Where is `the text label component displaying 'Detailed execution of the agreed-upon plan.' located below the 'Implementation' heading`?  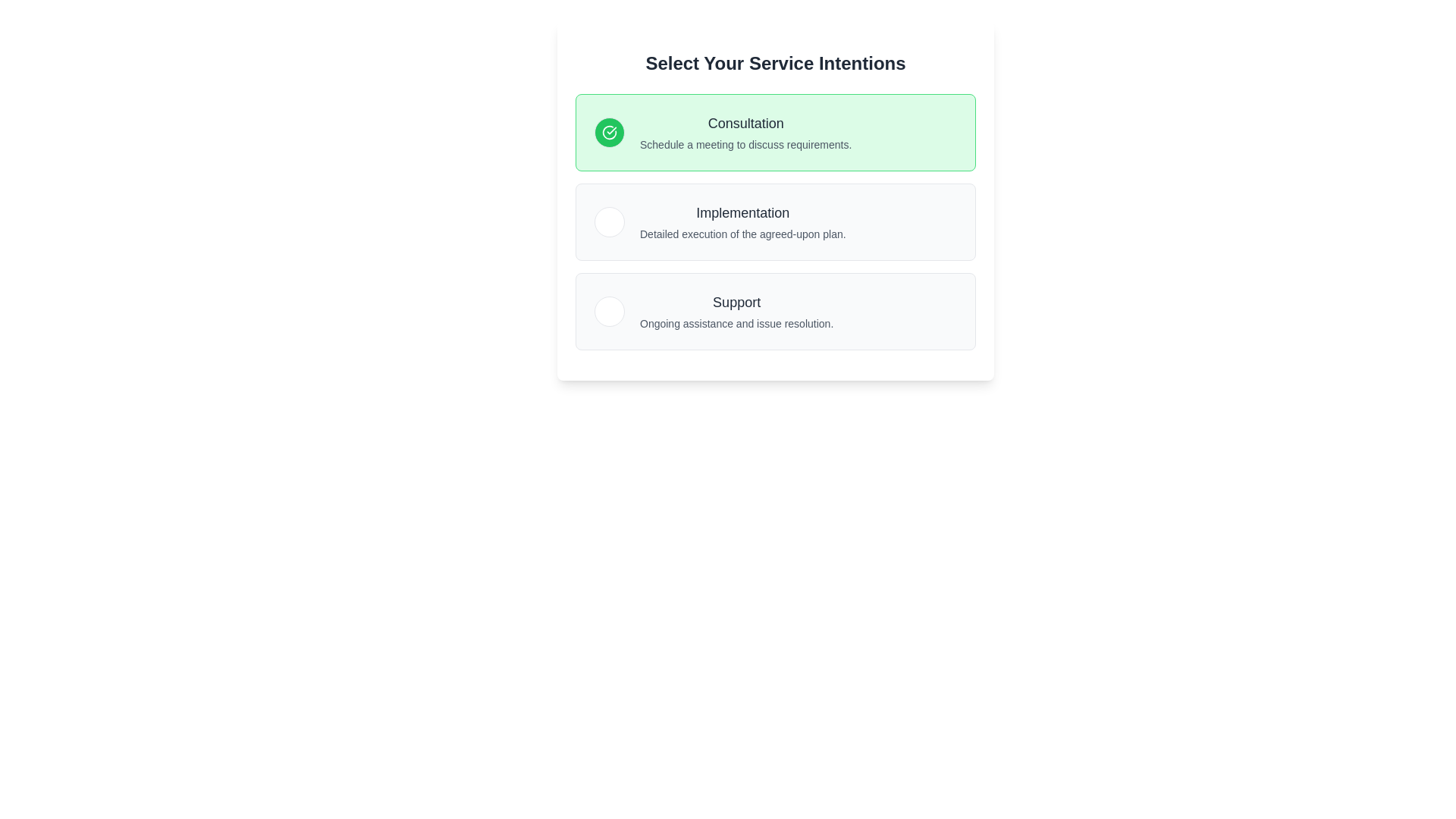
the text label component displaying 'Detailed execution of the agreed-upon plan.' located below the 'Implementation' heading is located at coordinates (742, 234).